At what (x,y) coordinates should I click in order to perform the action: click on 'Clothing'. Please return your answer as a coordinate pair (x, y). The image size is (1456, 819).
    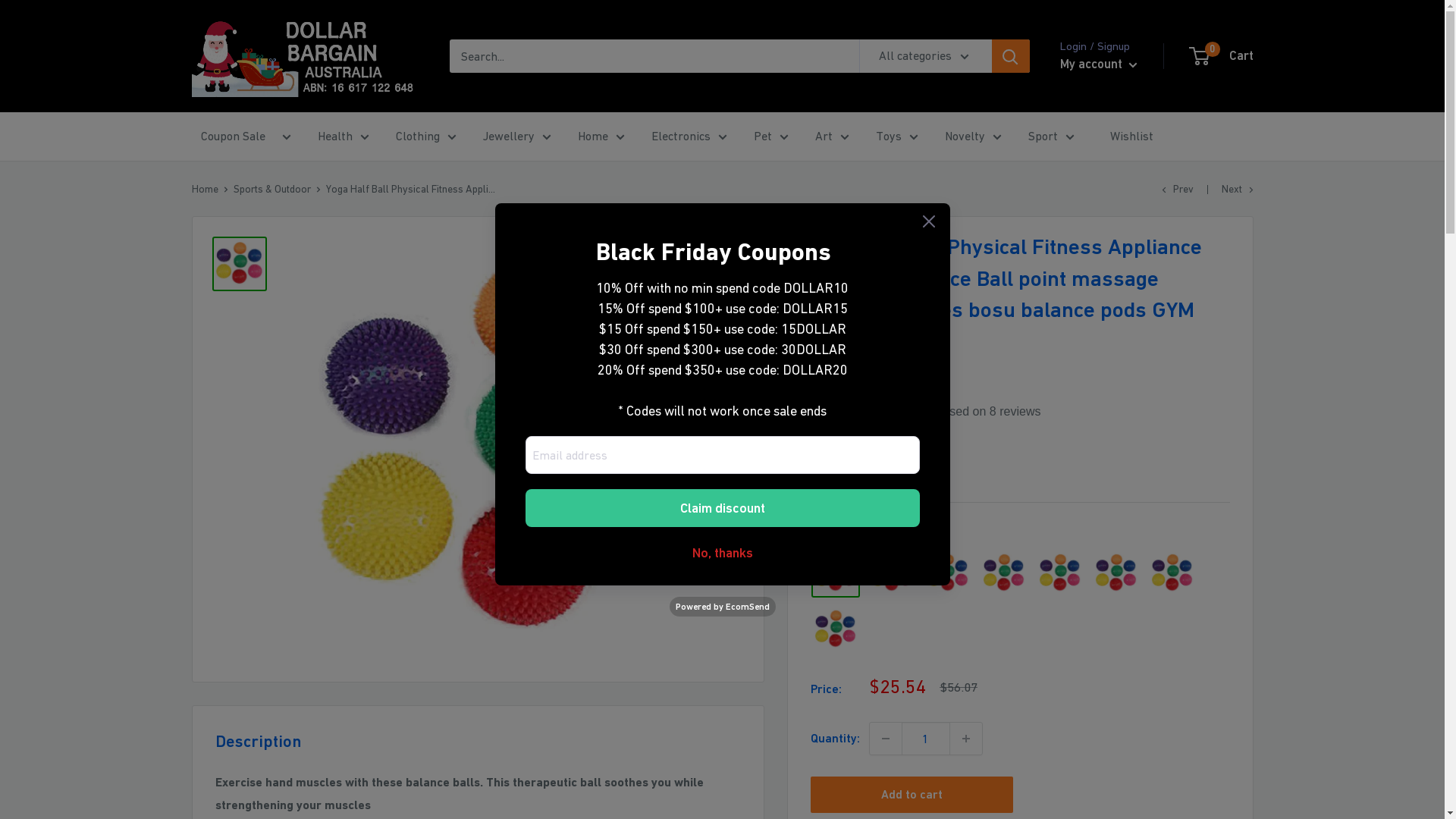
    Looking at the image, I should click on (425, 136).